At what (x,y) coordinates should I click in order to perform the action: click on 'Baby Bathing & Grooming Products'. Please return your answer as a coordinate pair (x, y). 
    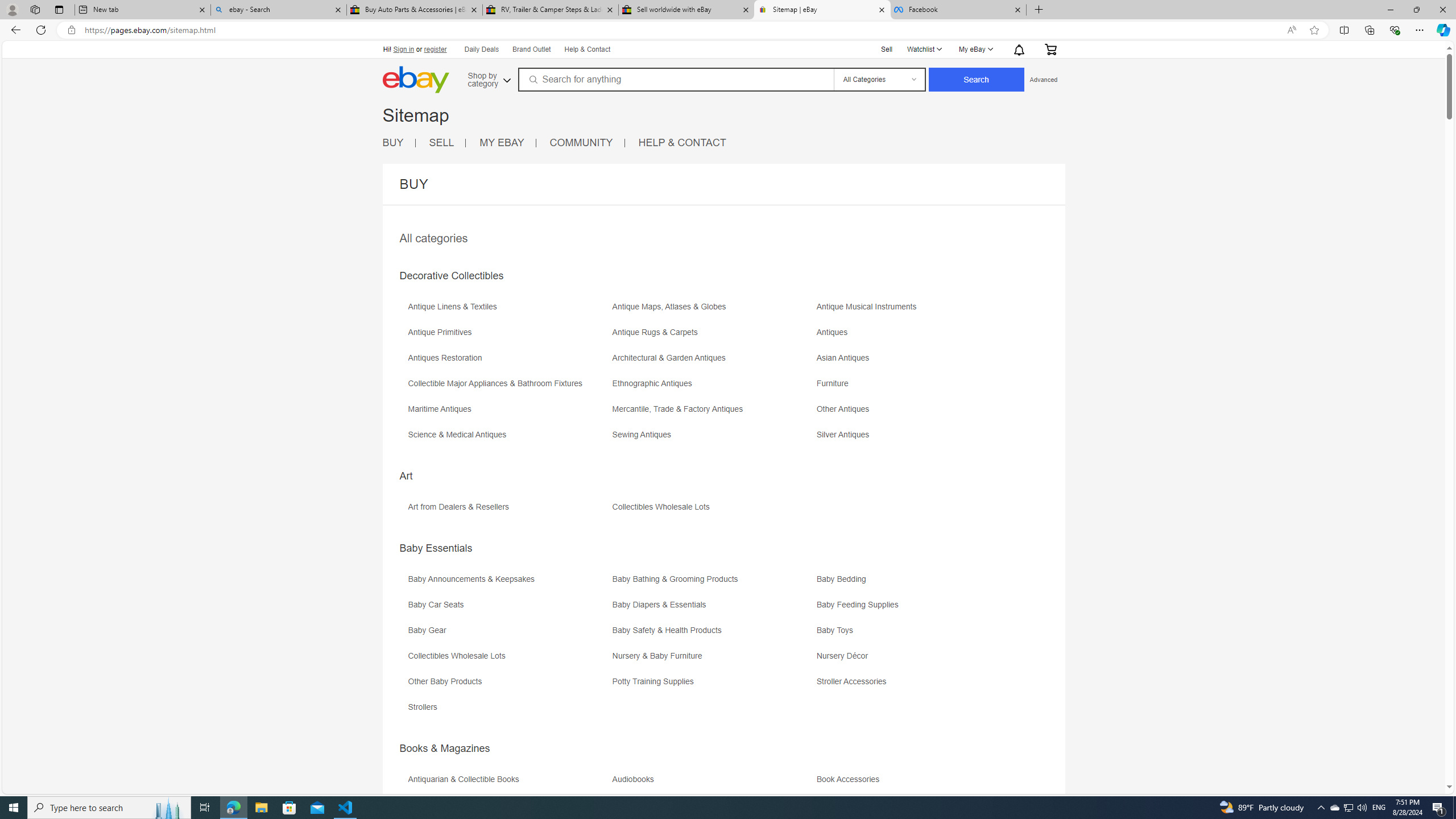
    Looking at the image, I should click on (677, 579).